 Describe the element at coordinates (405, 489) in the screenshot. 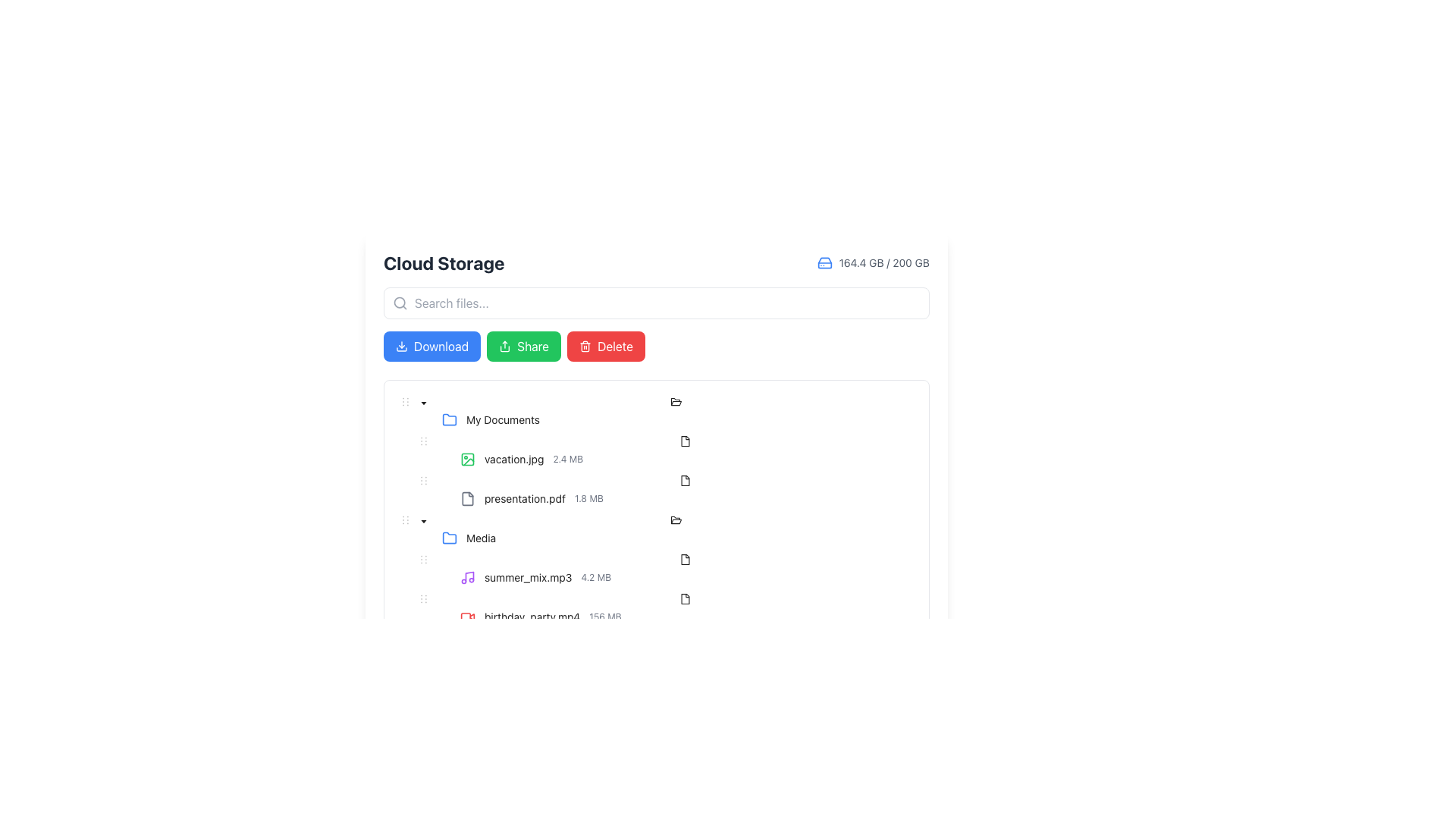

I see `the Indentation placeholder in the tree view, which indicates the hierarchy level of the item, located to the left of 'presentation.pdf 1.8 MB'` at that location.